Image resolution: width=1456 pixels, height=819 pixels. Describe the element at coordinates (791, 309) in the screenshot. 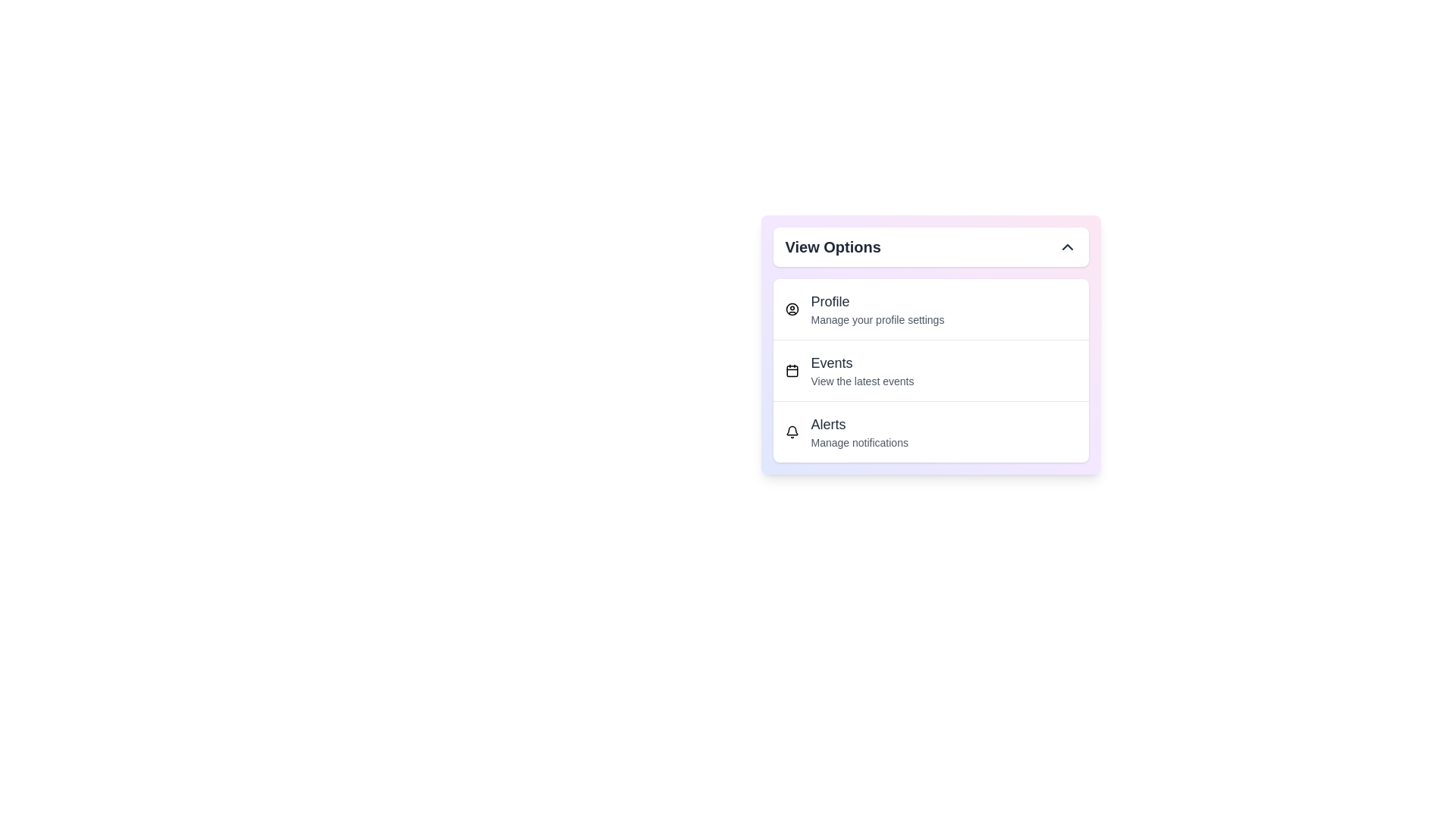

I see `the icon of the menu item corresponding to Profile` at that location.